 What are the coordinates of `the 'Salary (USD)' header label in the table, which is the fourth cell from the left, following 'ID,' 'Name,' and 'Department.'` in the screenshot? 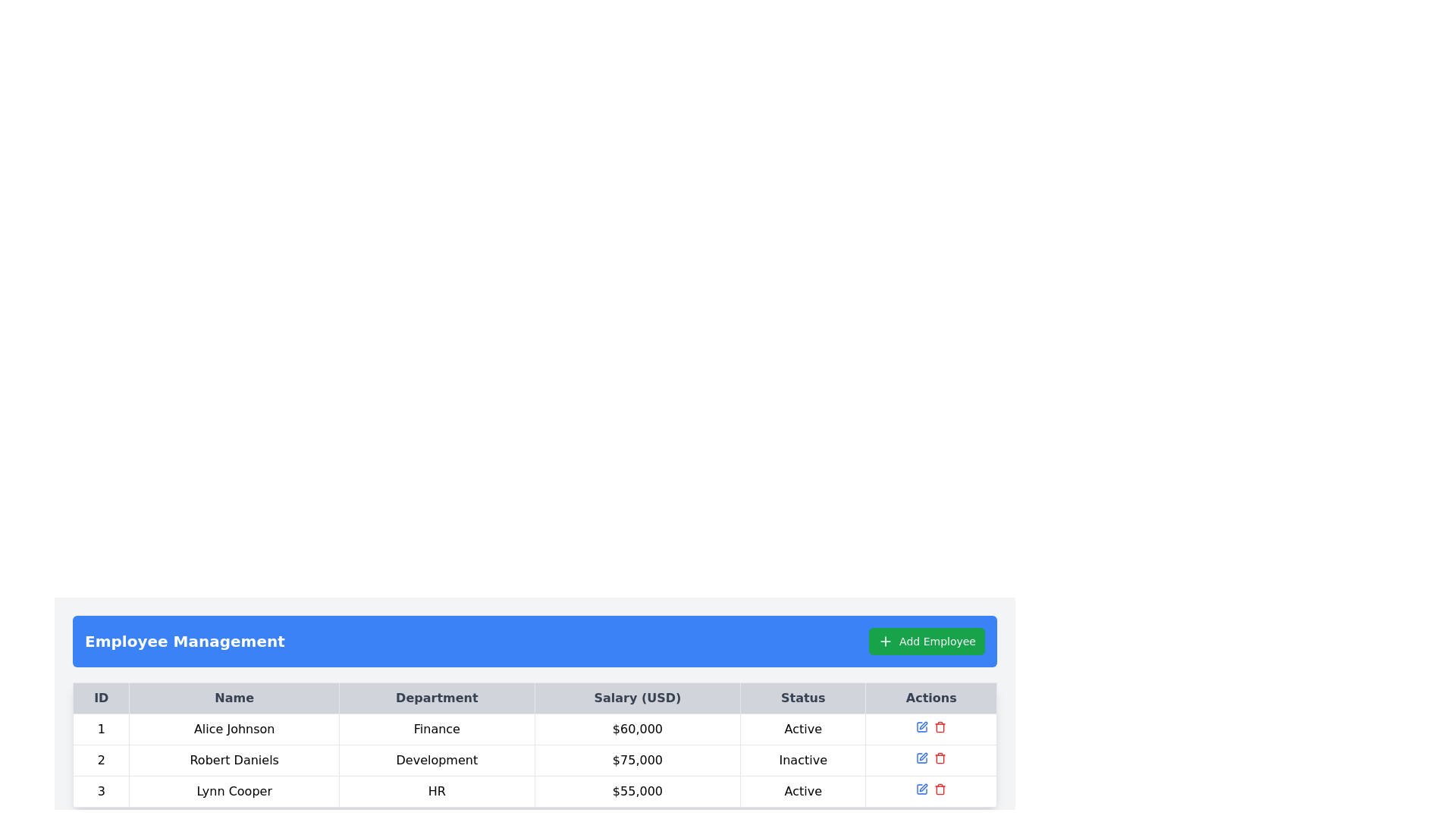 It's located at (637, 698).